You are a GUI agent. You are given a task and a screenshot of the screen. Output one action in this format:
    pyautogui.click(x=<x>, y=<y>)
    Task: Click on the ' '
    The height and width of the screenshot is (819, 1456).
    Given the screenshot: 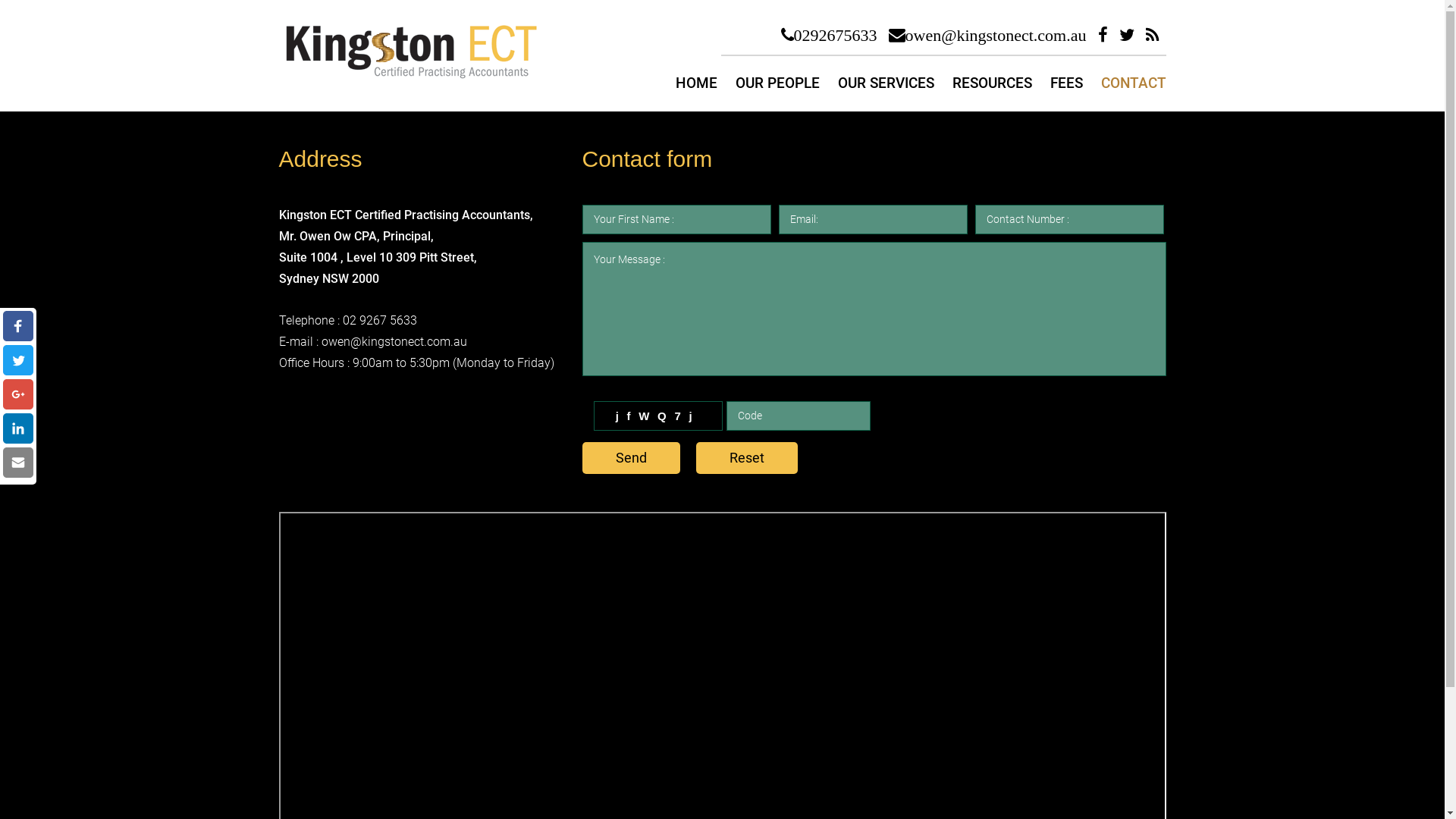 What is the action you would take?
    pyautogui.click(x=18, y=428)
    